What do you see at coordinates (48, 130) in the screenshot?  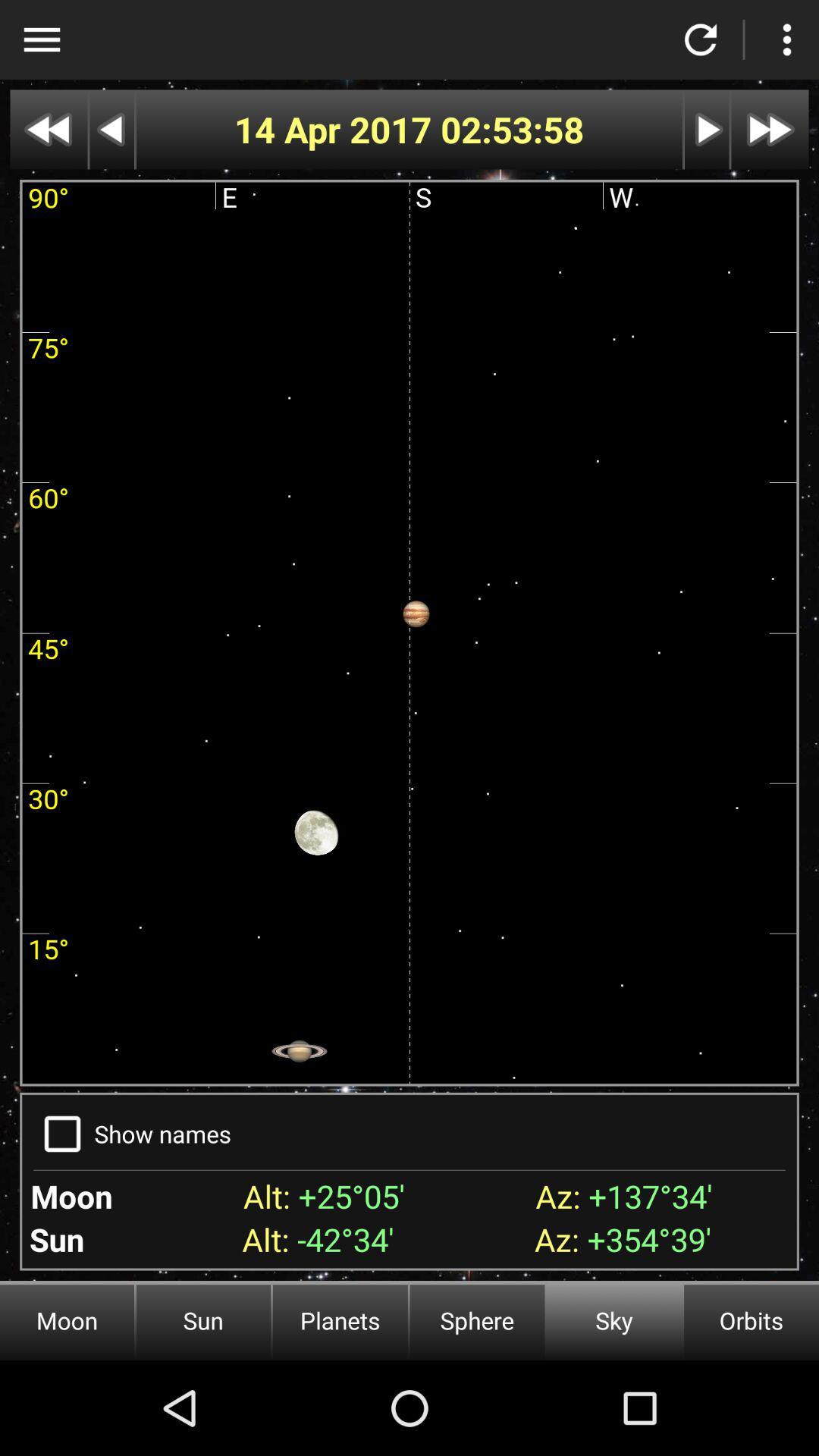 I see `speed up fast rewind` at bounding box center [48, 130].